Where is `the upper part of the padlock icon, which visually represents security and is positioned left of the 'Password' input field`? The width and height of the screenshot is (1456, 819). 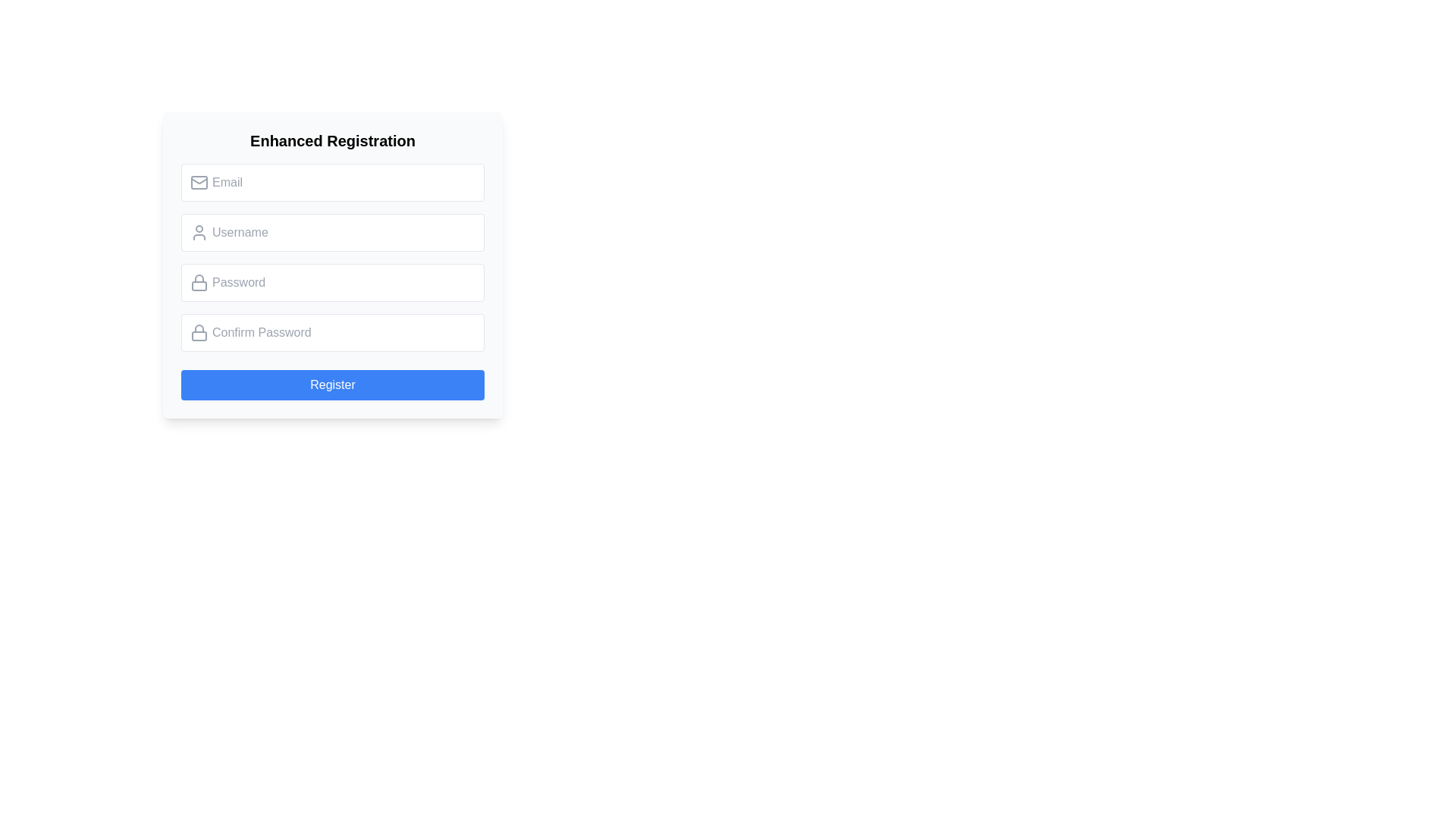
the upper part of the padlock icon, which visually represents security and is positioned left of the 'Password' input field is located at coordinates (199, 278).